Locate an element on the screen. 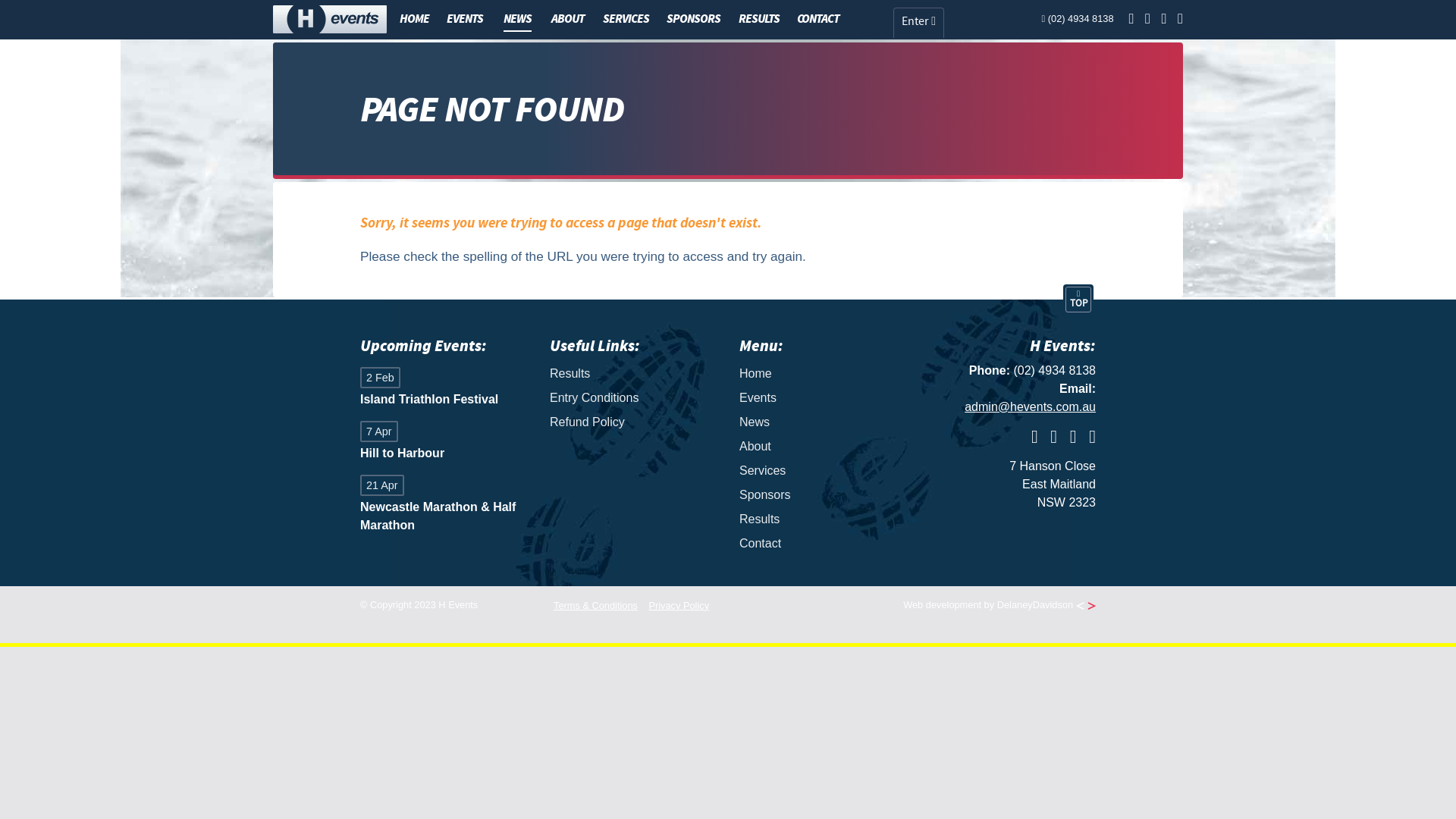  'Events' is located at coordinates (821, 397).